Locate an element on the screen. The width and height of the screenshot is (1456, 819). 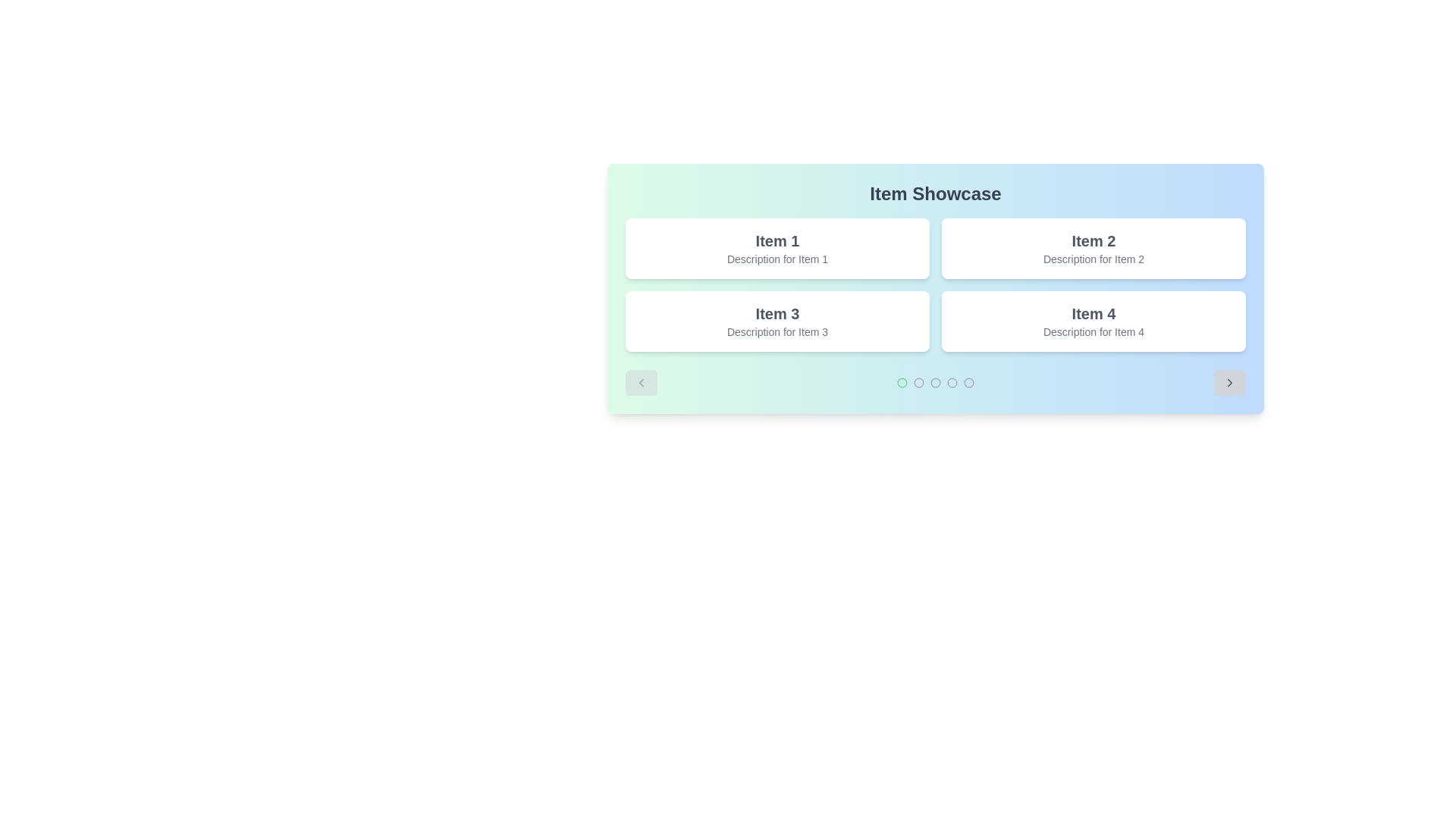
the rectangular button with a soft gray background and a right-facing chevron icon, located at the bottom-right corner of the content area is located at coordinates (1230, 382).